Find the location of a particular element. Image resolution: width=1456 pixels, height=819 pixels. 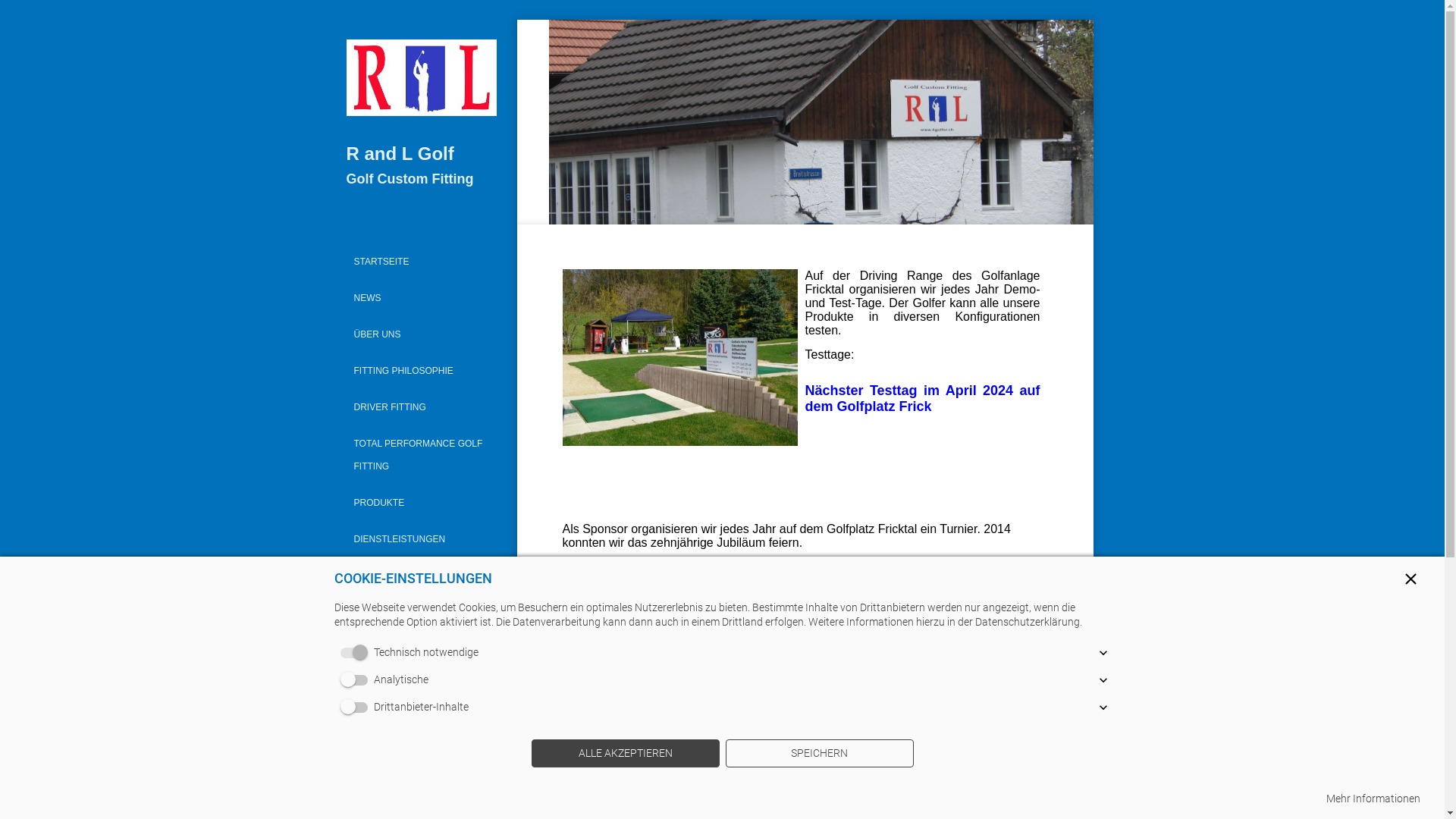

'VERANSTALTUNGEN' is located at coordinates (422, 610).